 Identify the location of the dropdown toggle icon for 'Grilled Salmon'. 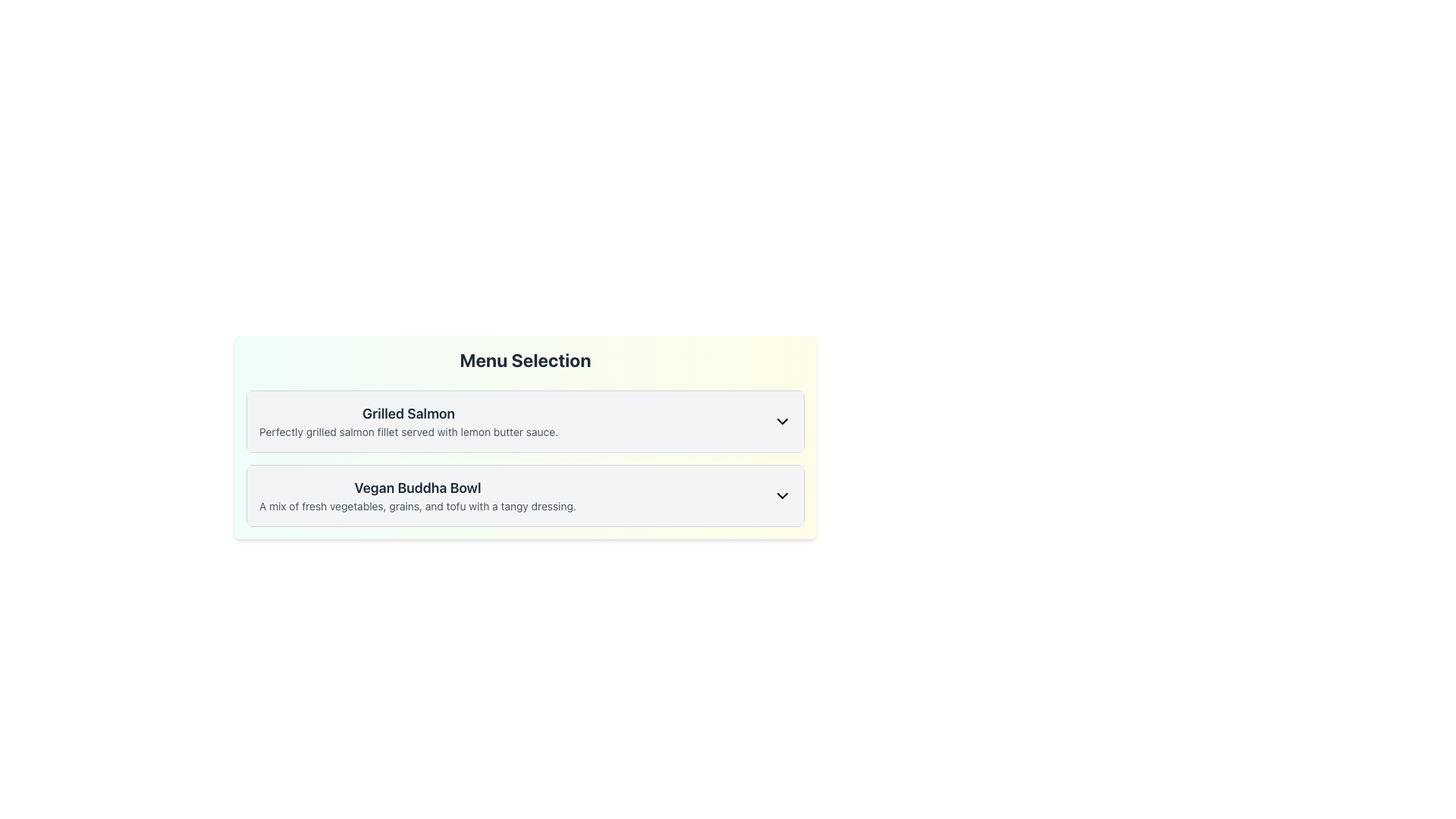
(783, 421).